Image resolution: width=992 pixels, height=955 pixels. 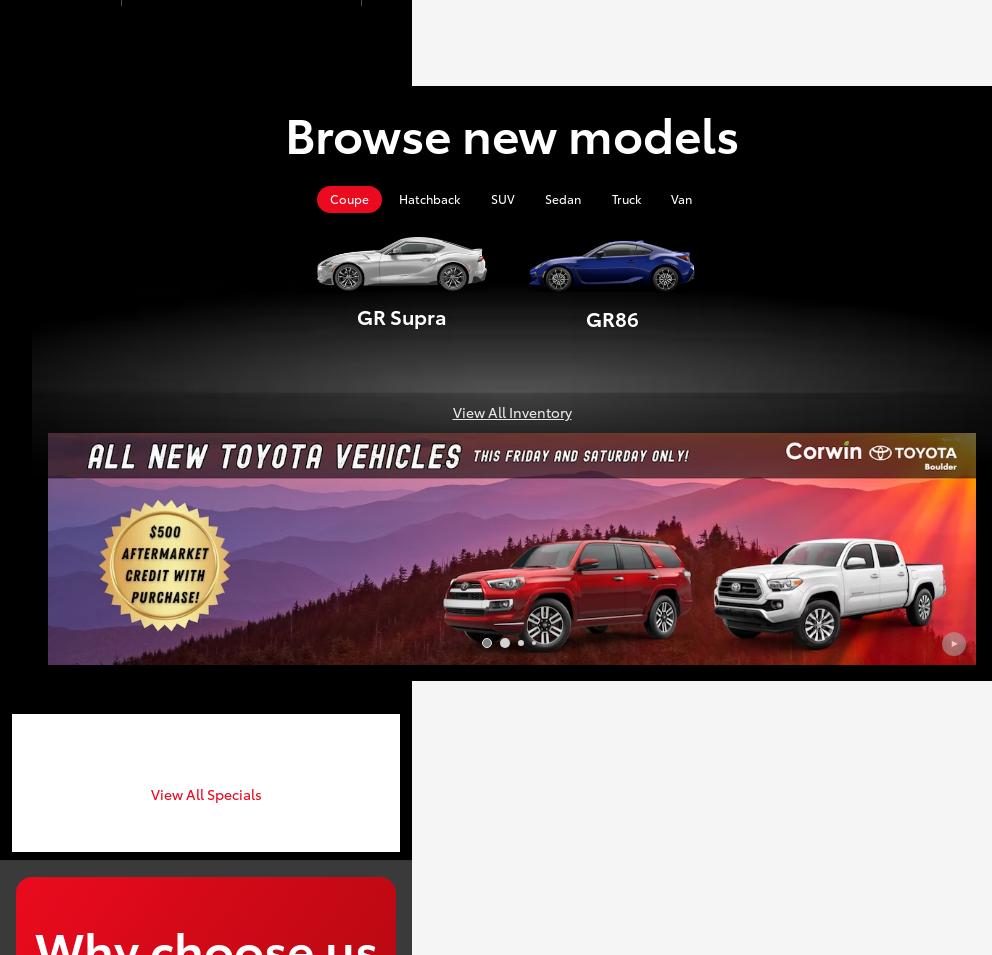 I want to click on 'Hatchback', so click(x=398, y=198).